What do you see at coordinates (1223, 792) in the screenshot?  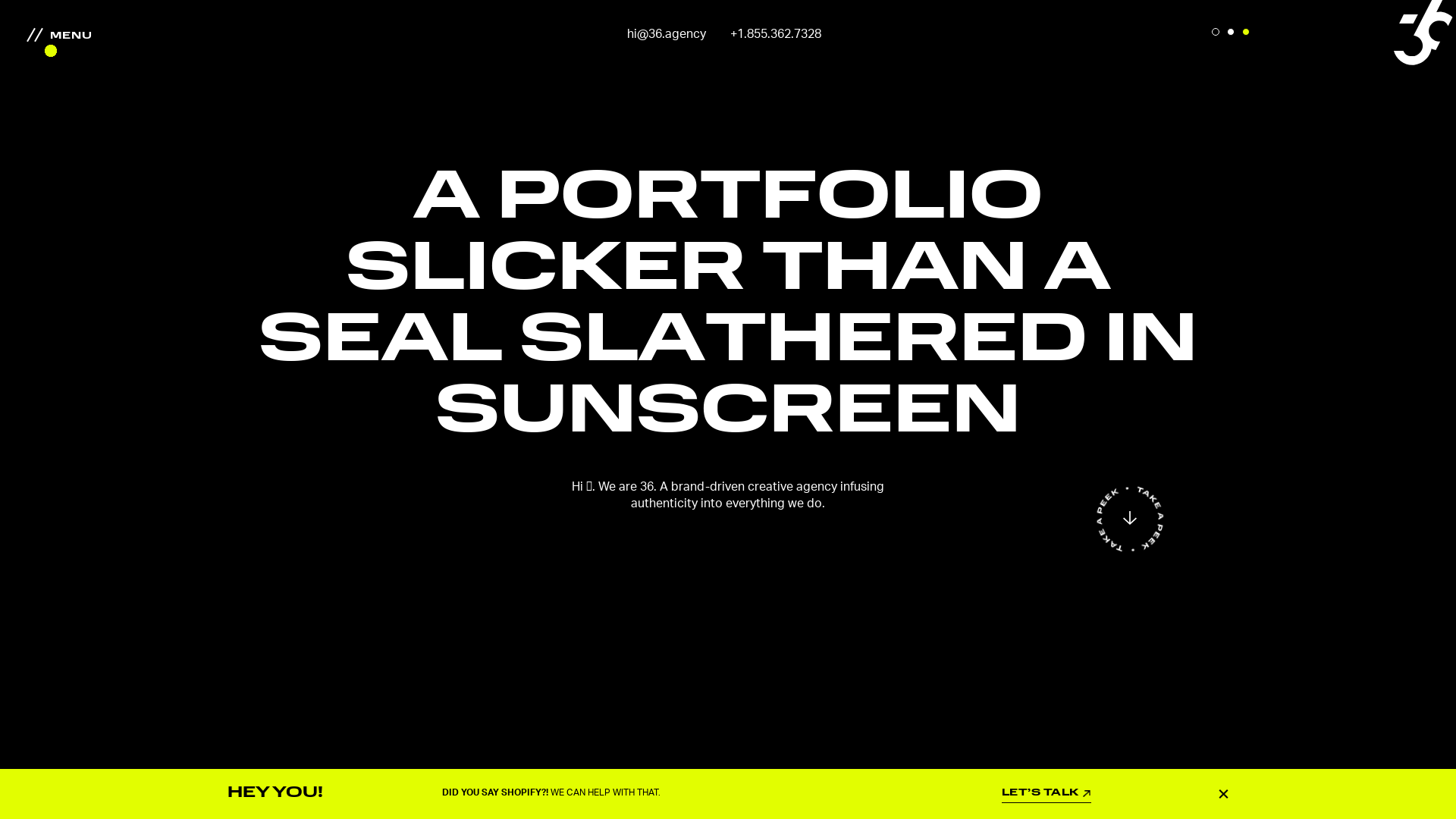 I see `'Close'` at bounding box center [1223, 792].